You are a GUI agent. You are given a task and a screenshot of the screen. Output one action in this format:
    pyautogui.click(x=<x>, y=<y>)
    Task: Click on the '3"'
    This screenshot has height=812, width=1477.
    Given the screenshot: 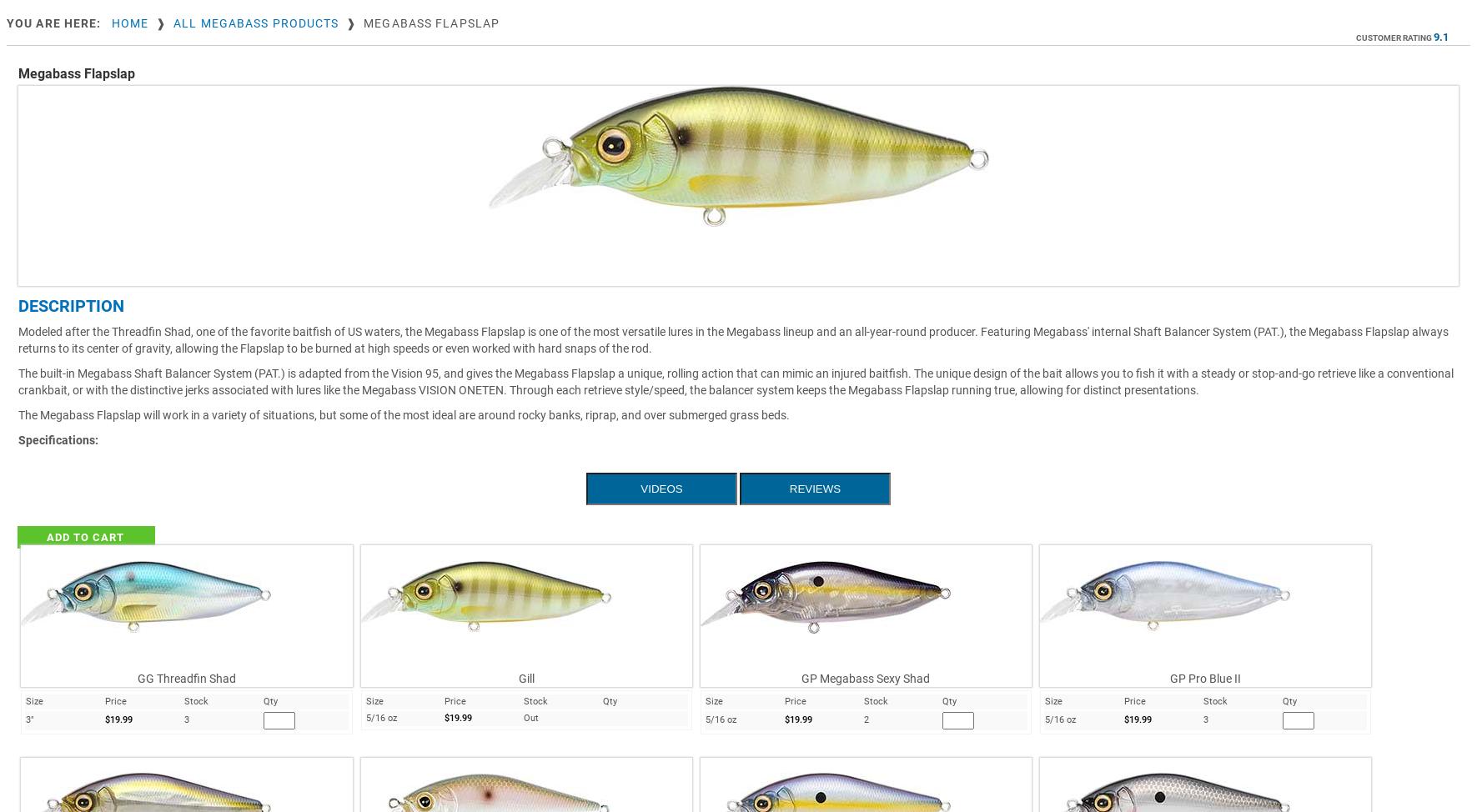 What is the action you would take?
    pyautogui.click(x=28, y=719)
    